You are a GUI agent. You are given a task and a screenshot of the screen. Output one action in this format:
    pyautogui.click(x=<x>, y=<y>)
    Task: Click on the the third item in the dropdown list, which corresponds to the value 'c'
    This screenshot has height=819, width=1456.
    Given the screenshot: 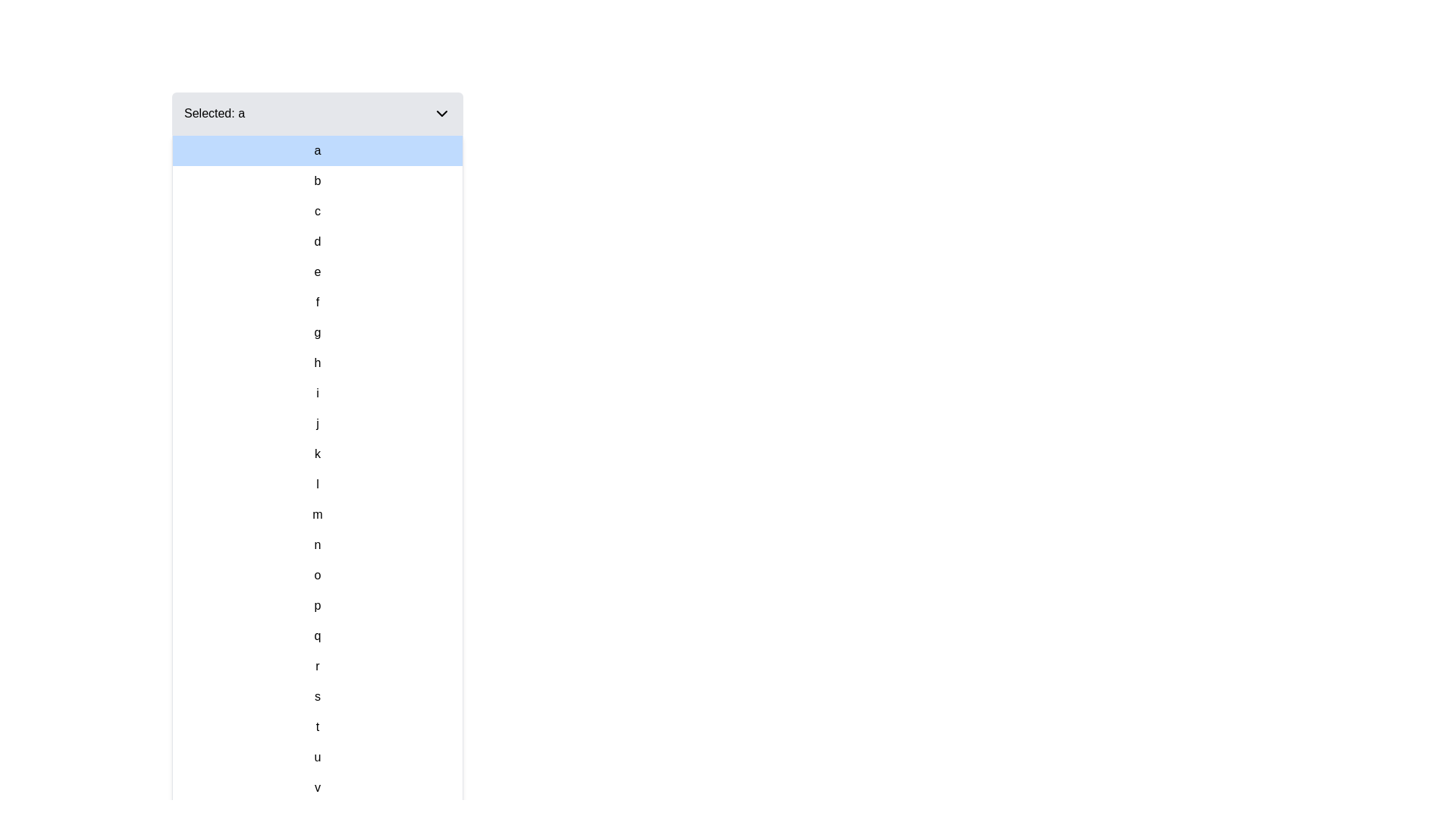 What is the action you would take?
    pyautogui.click(x=316, y=211)
    